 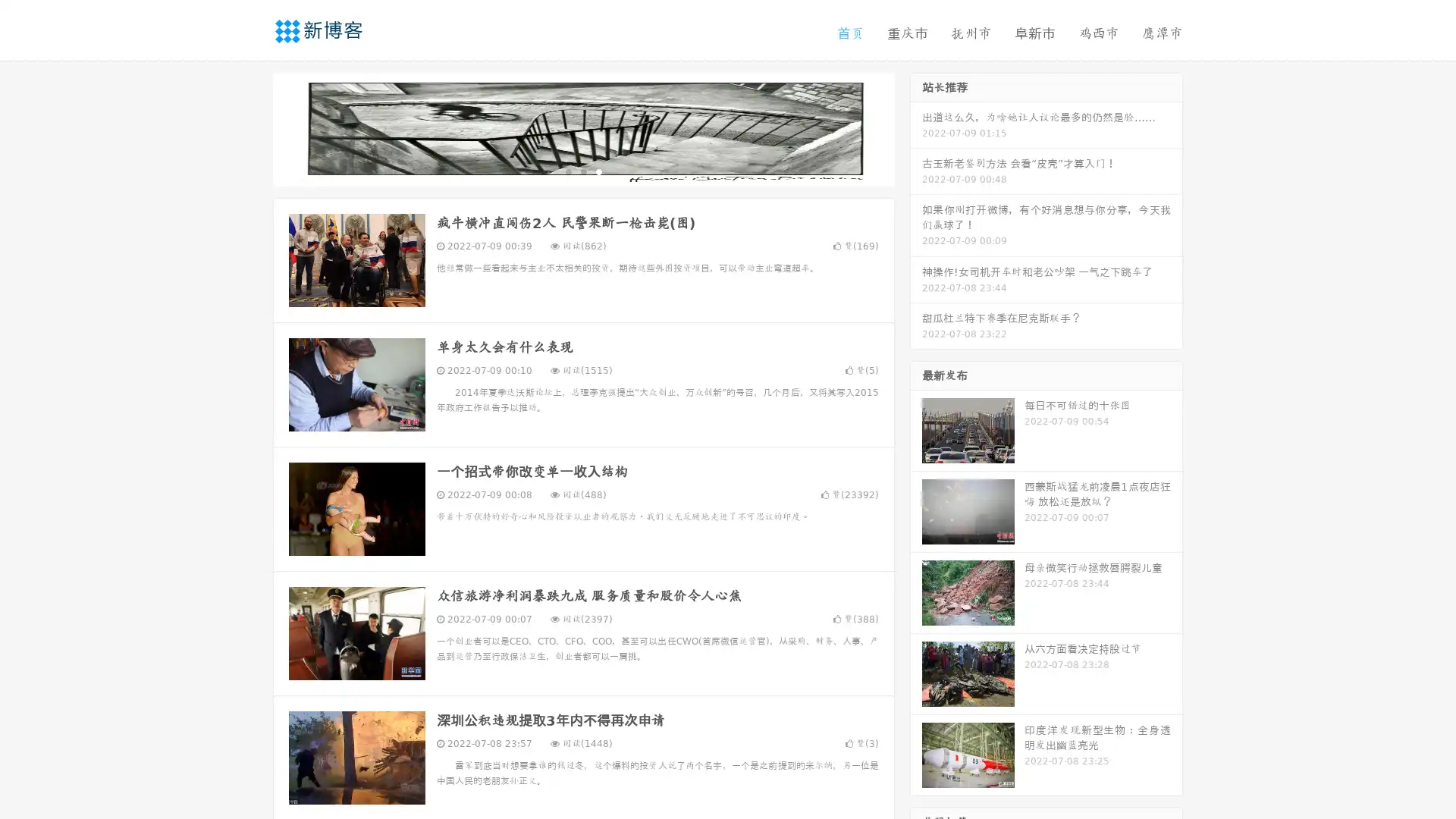 I want to click on Next slide, so click(x=916, y=127).